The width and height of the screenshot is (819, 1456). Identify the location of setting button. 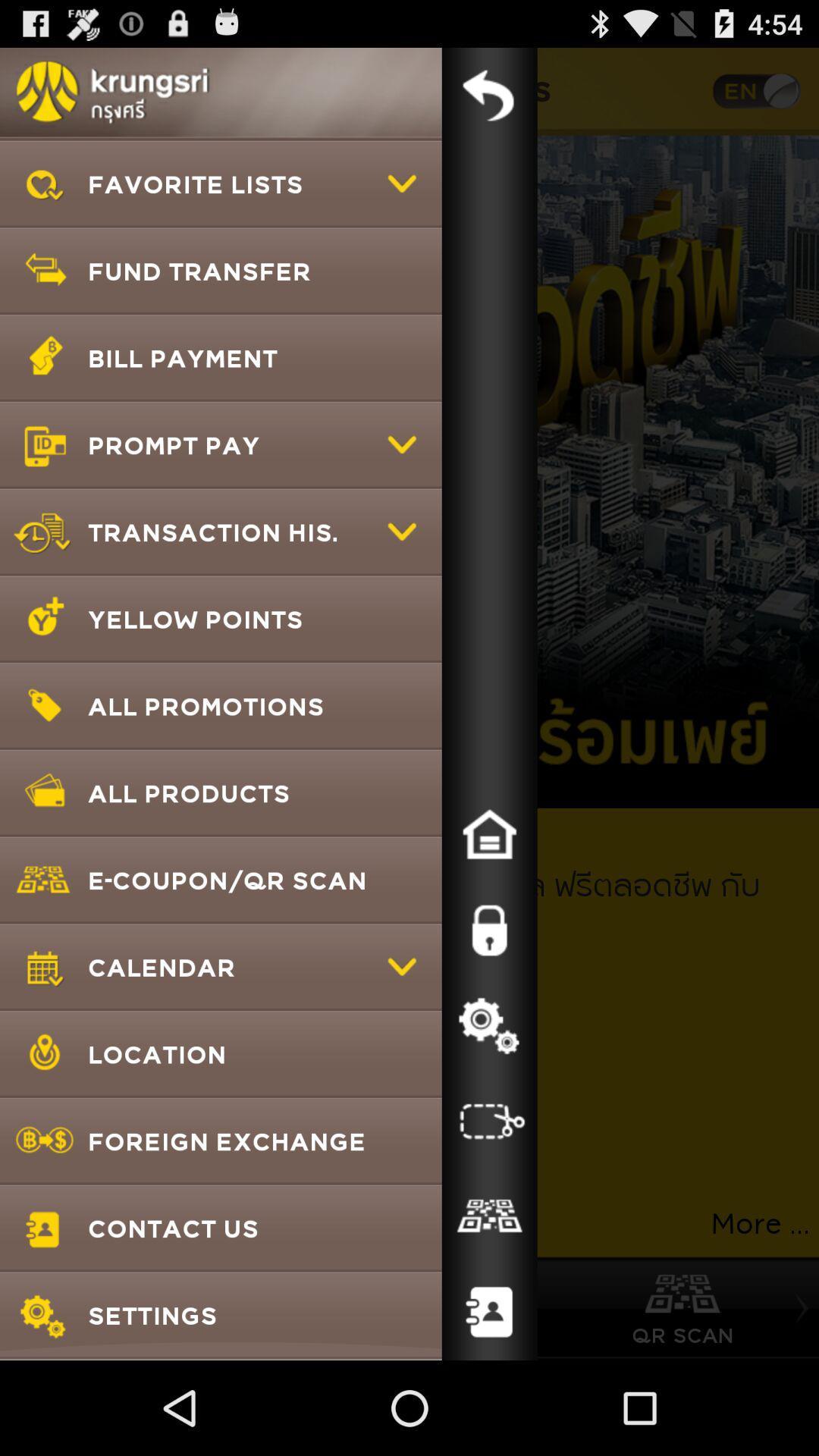
(489, 1026).